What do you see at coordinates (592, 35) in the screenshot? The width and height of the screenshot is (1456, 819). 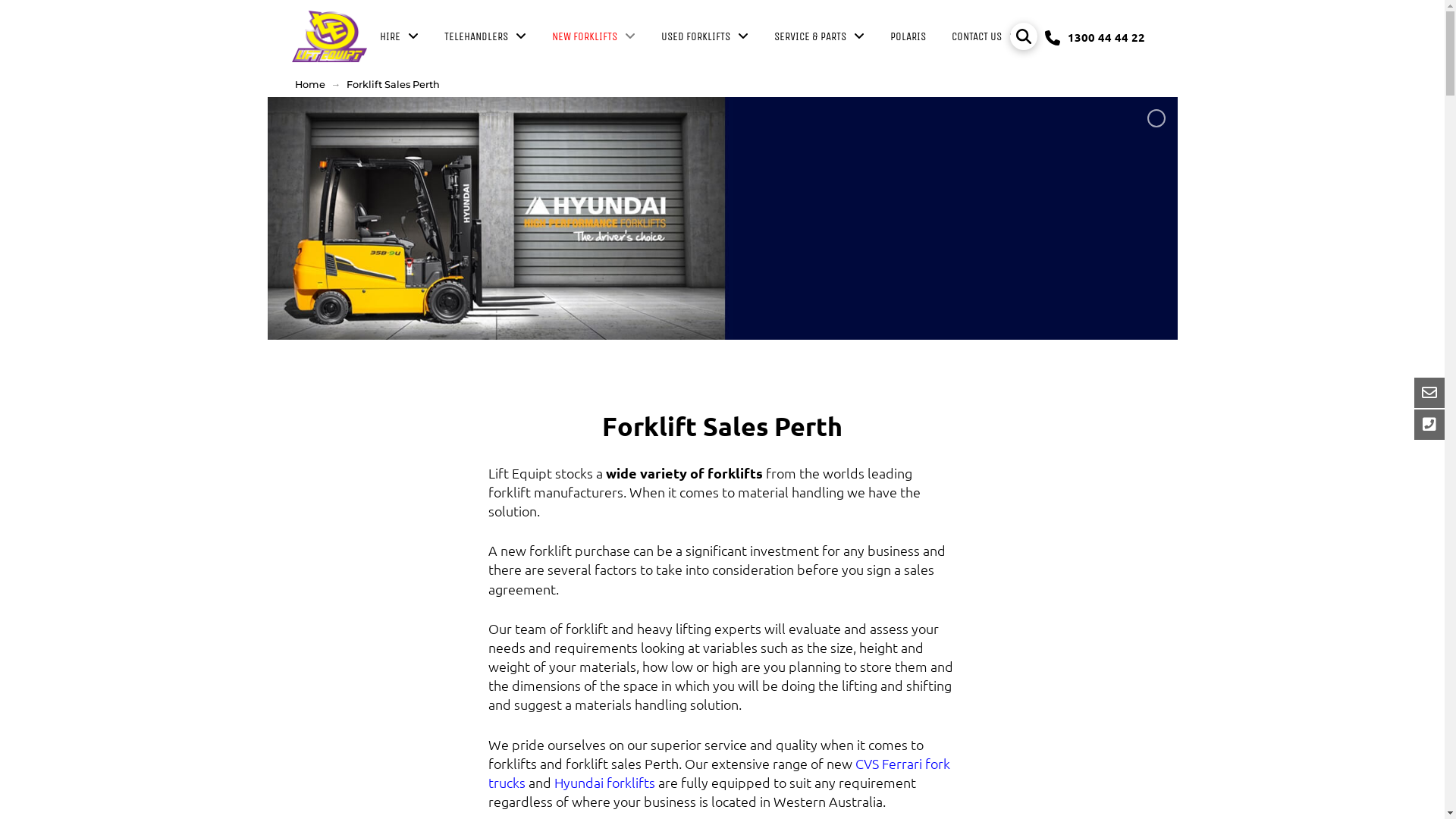 I see `'NEW FORKLIFTS'` at bounding box center [592, 35].